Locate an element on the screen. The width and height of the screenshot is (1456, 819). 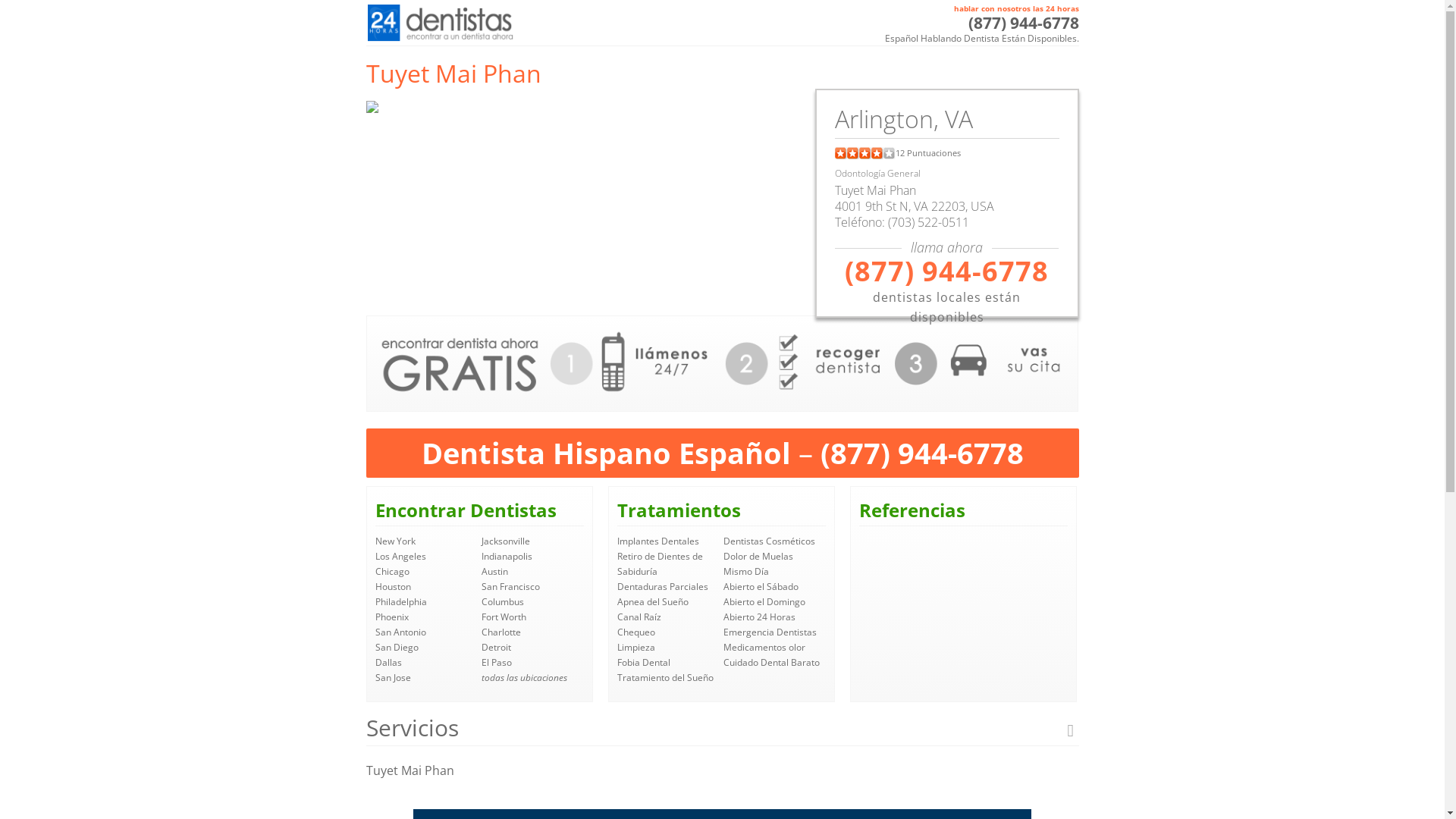
'New York' is located at coordinates (394, 540).